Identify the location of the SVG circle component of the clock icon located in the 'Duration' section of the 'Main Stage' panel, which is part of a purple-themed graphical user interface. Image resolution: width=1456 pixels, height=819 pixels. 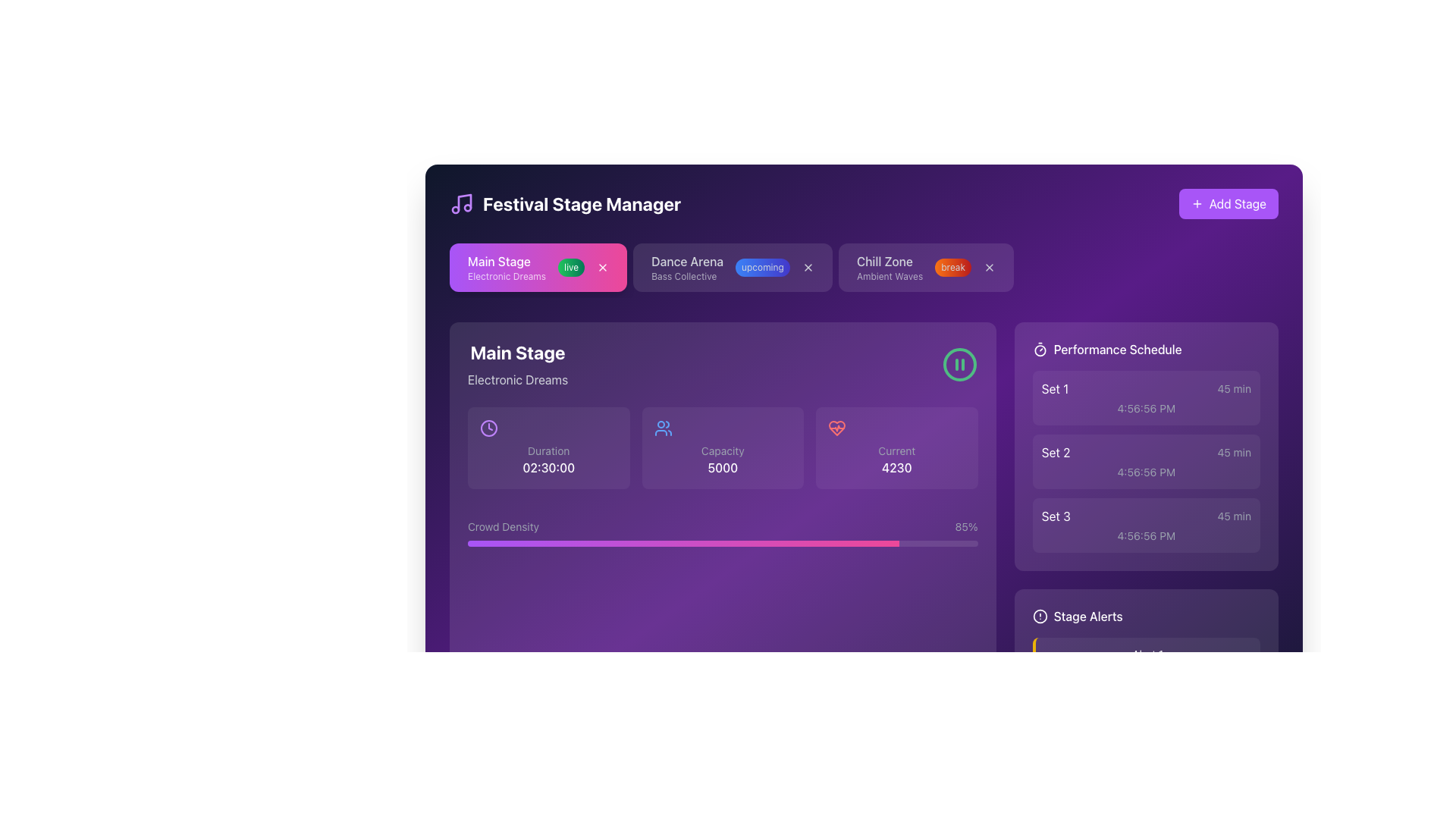
(488, 428).